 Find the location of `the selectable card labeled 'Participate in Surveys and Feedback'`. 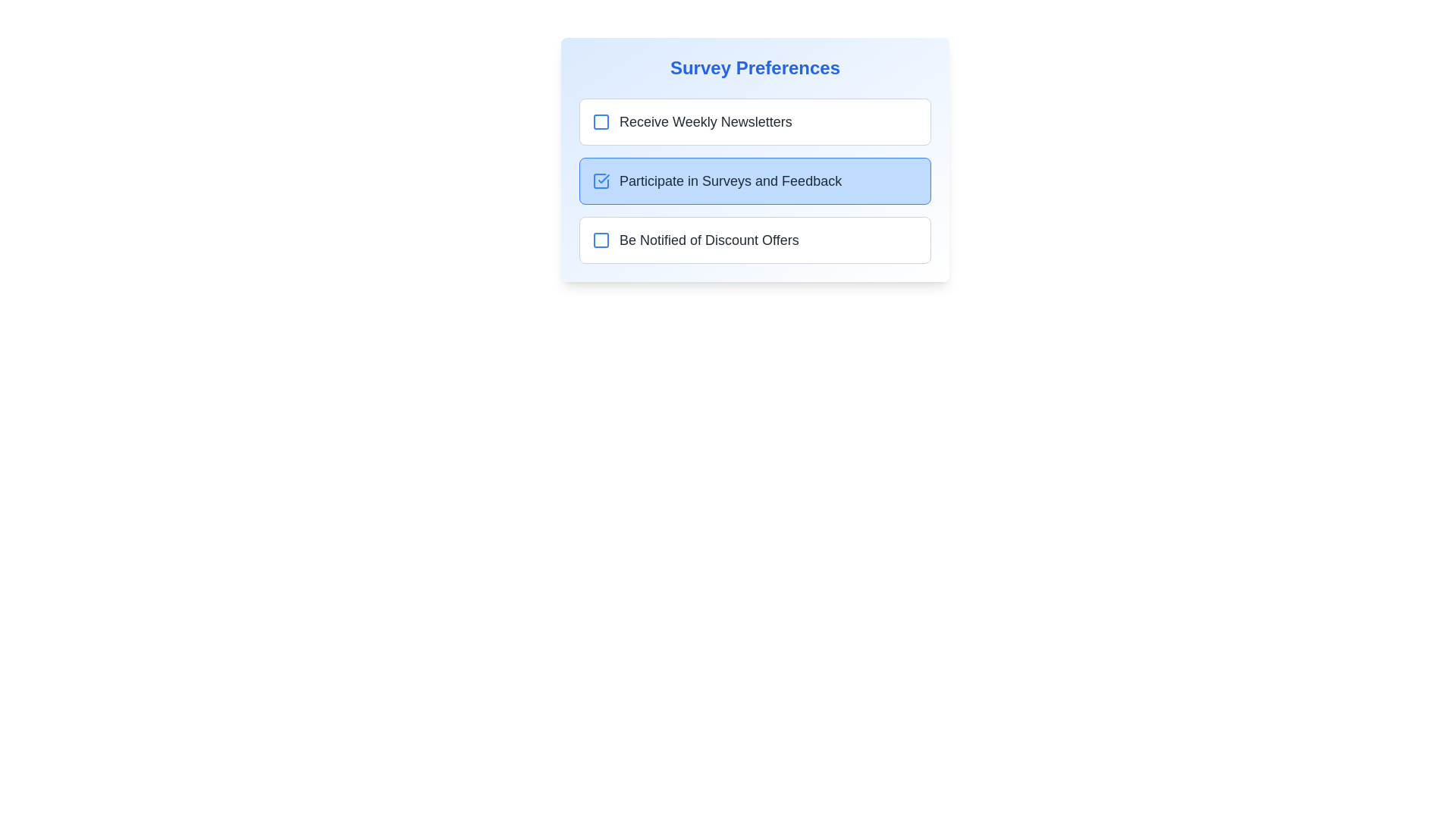

the selectable card labeled 'Participate in Surveys and Feedback' is located at coordinates (755, 160).